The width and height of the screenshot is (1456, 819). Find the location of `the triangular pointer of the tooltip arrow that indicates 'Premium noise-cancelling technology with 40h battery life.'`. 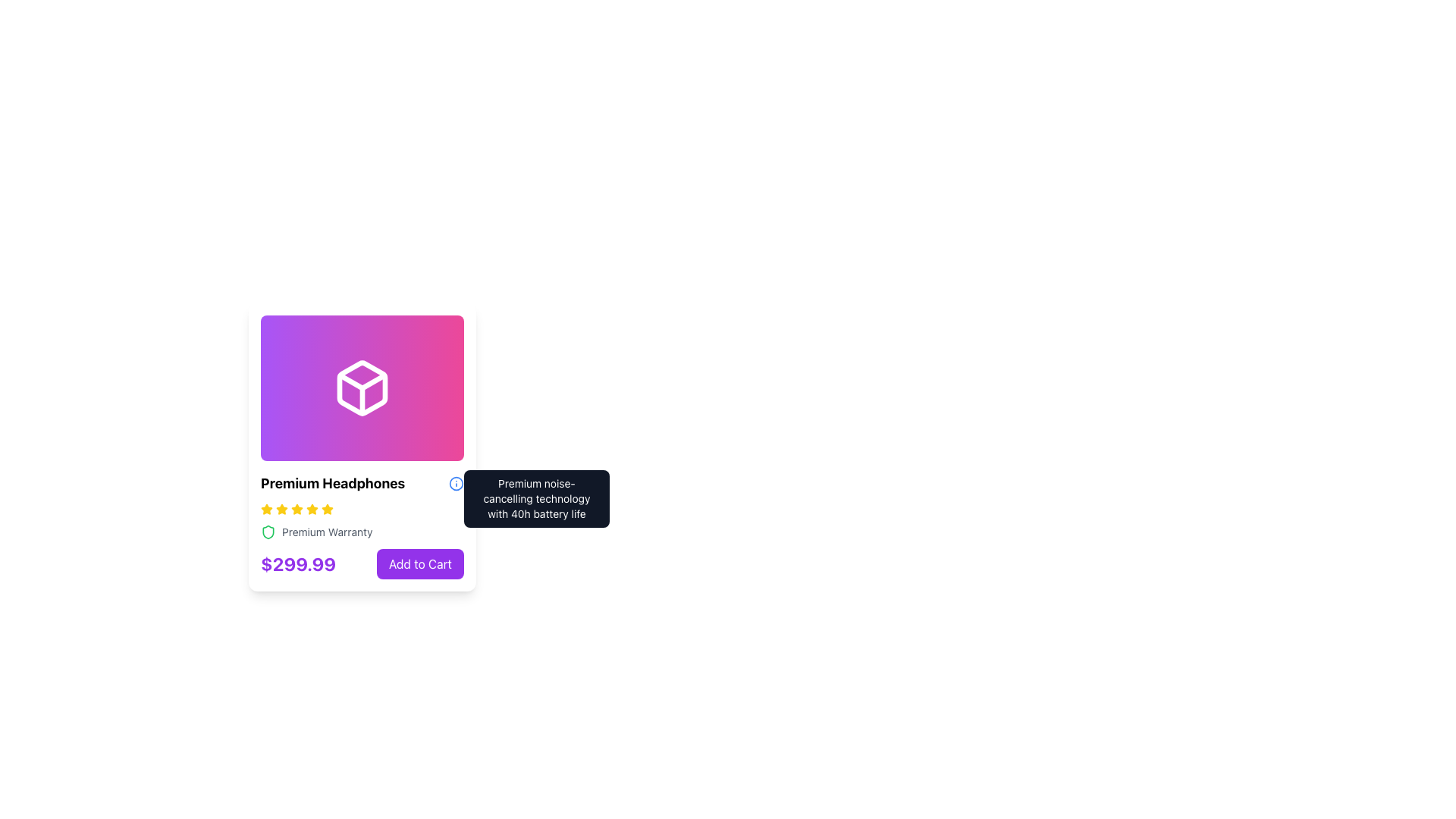

the triangular pointer of the tooltip arrow that indicates 'Premium noise-cancelling technology with 40h battery life.' is located at coordinates (466, 485).